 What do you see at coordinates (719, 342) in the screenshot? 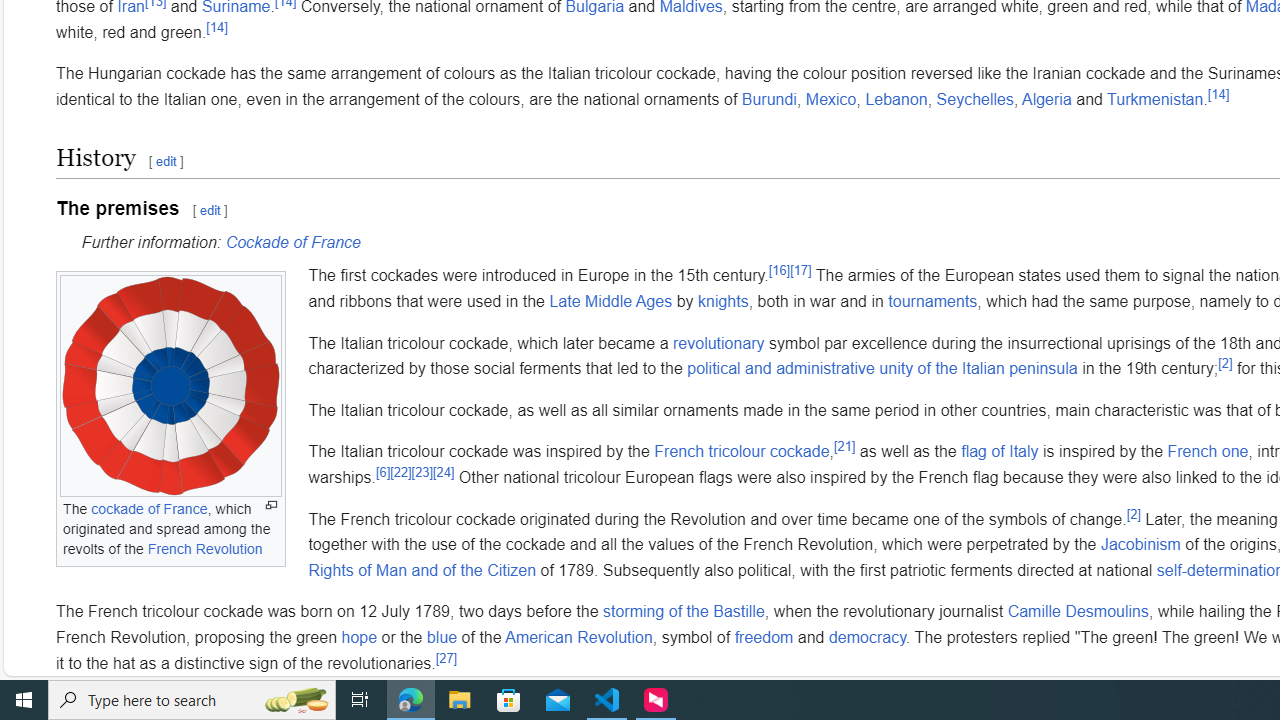
I see `'revolutionary'` at bounding box center [719, 342].